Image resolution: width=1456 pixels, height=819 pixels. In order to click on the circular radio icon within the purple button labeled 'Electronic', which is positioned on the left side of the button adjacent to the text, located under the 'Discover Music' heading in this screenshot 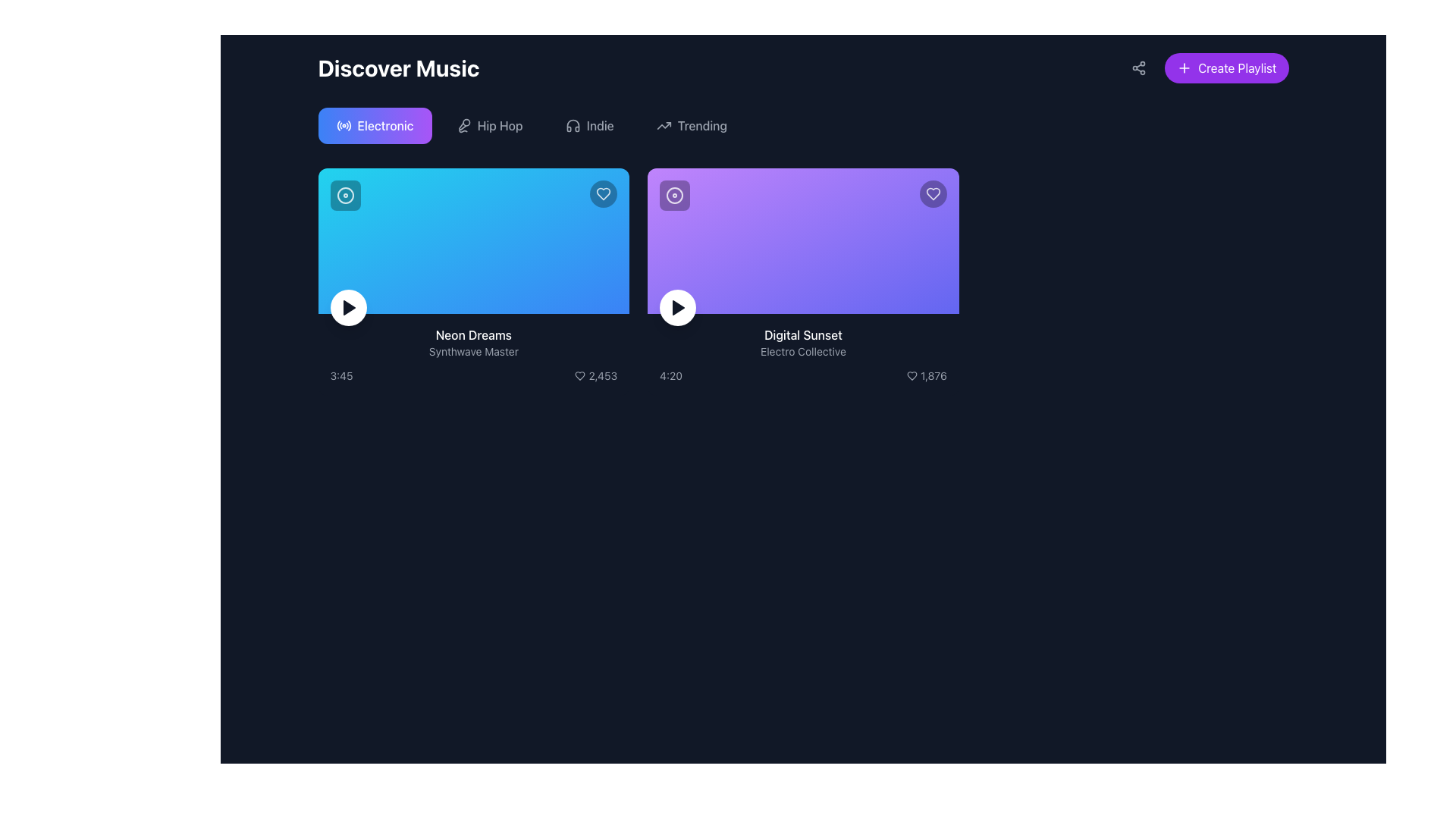, I will do `click(343, 124)`.